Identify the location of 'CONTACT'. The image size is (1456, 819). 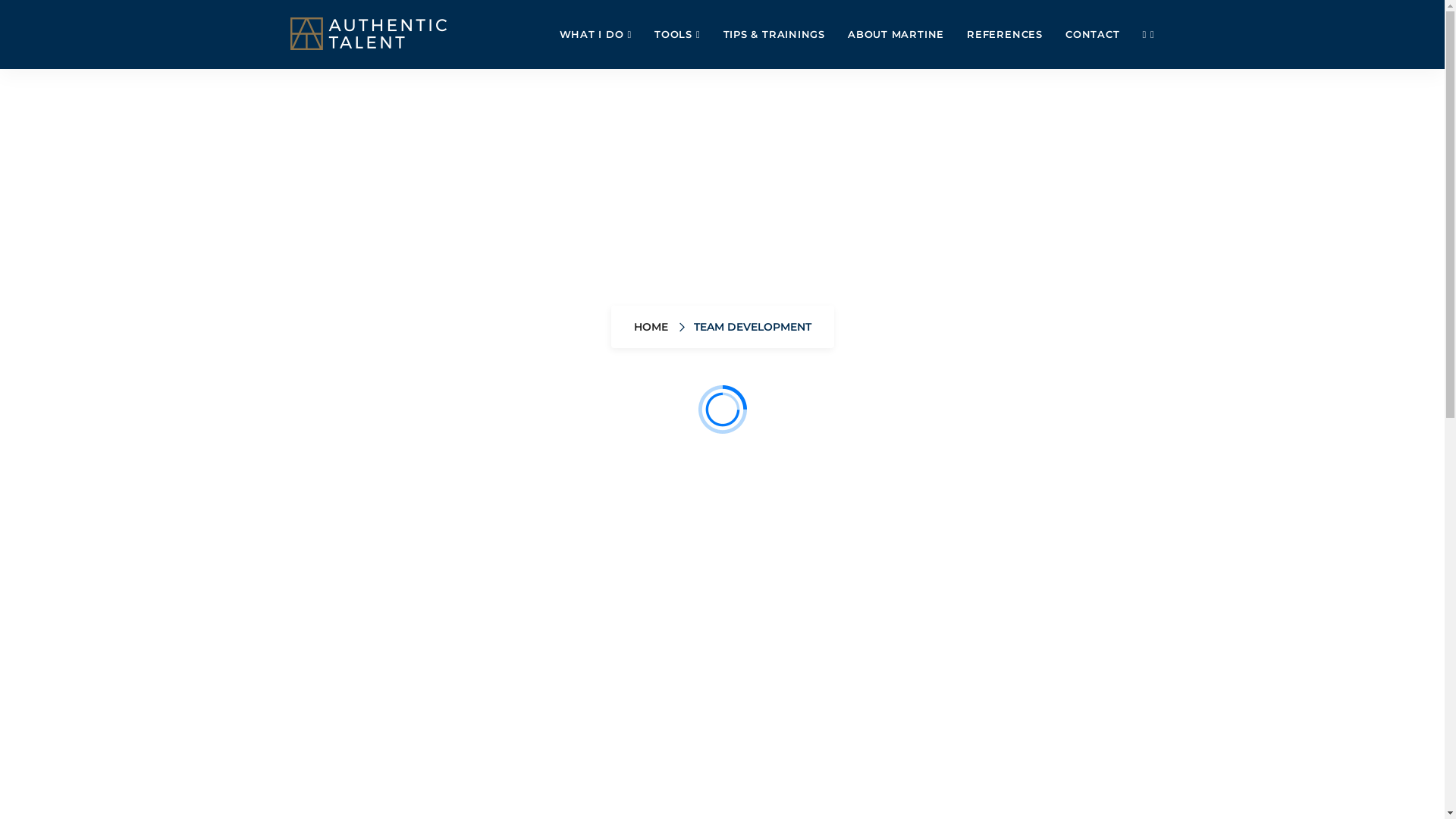
(1092, 34).